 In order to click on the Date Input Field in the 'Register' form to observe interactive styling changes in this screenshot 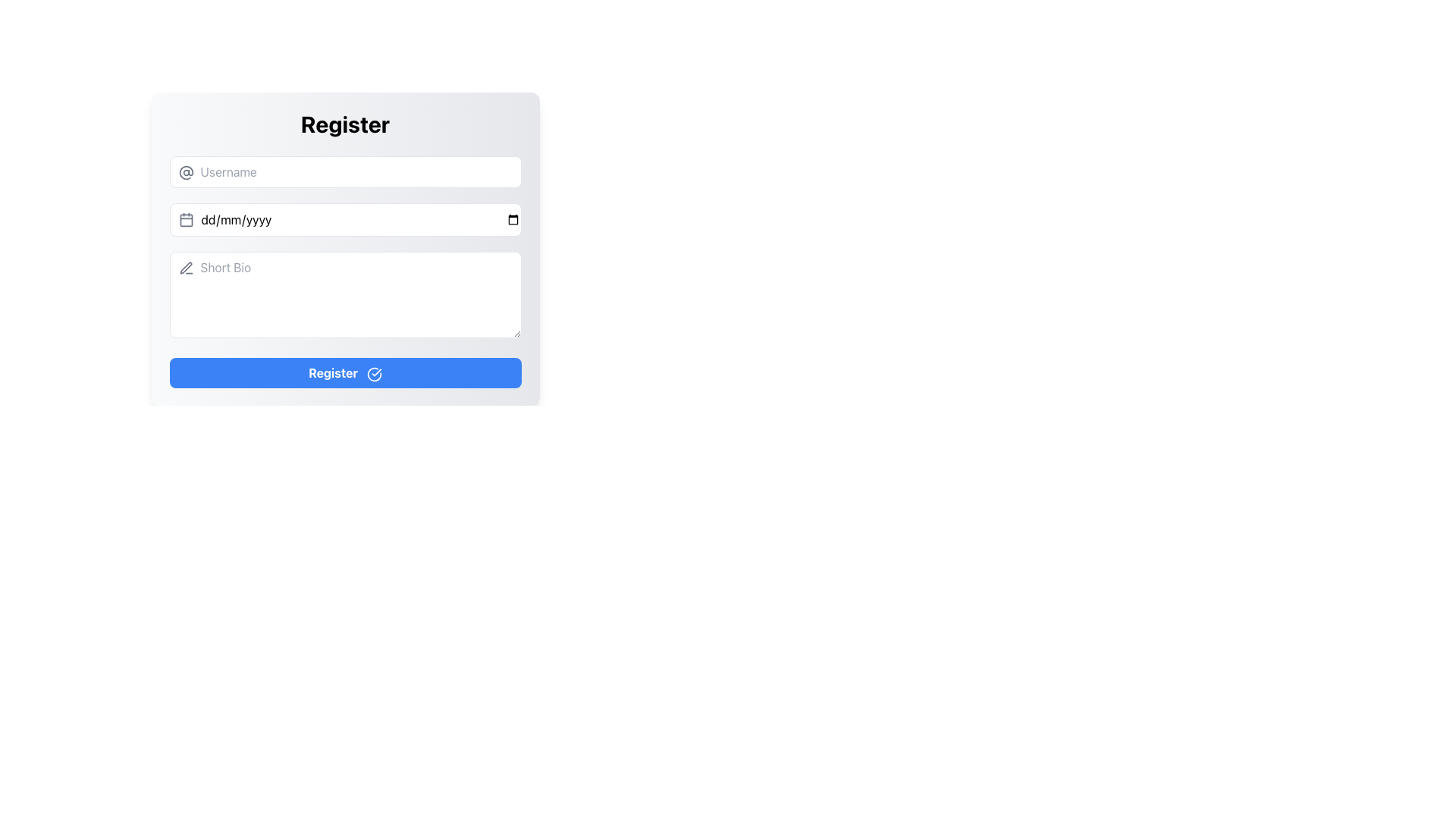, I will do `click(344, 219)`.